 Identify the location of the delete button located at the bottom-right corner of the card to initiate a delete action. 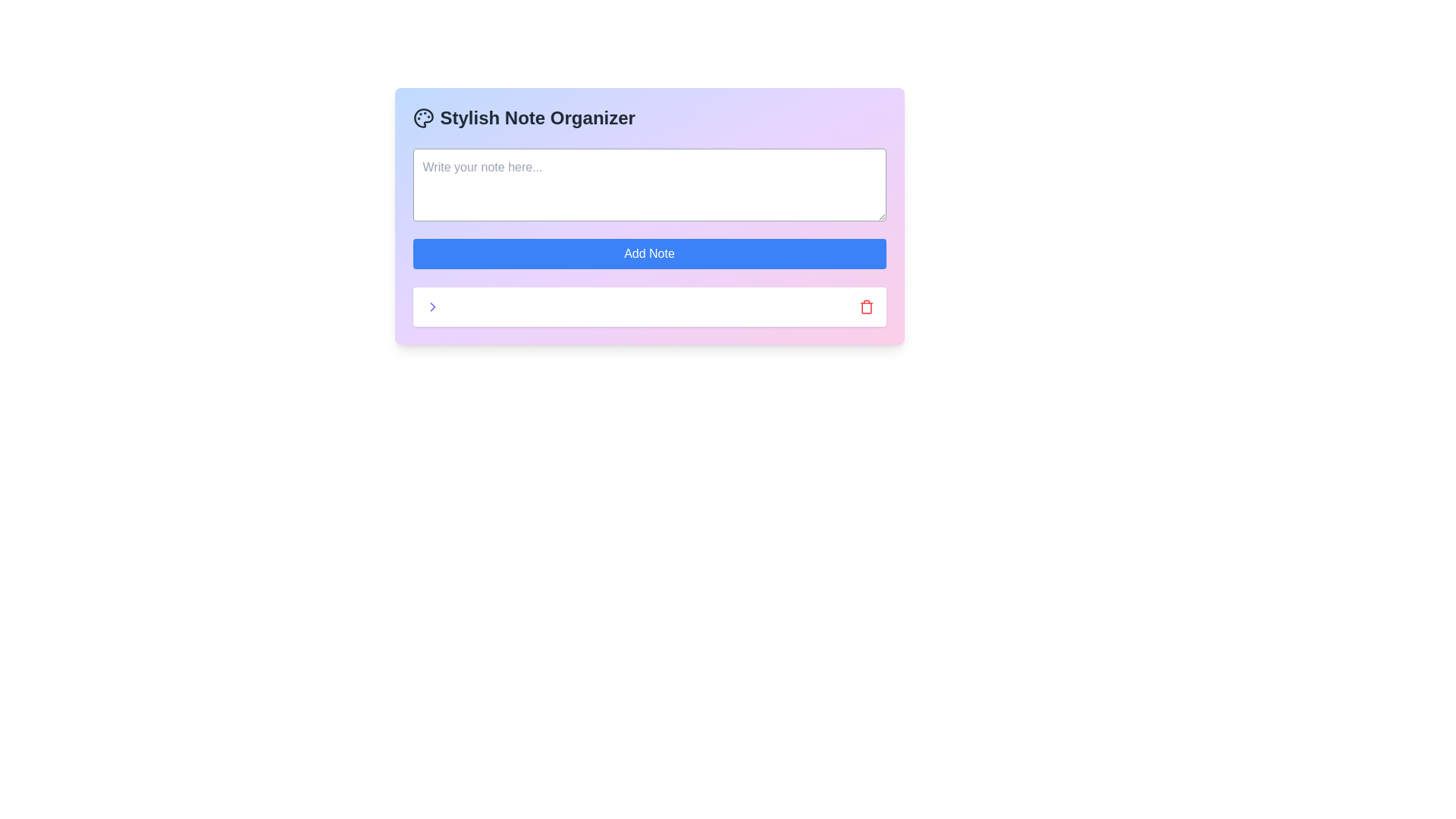
(866, 307).